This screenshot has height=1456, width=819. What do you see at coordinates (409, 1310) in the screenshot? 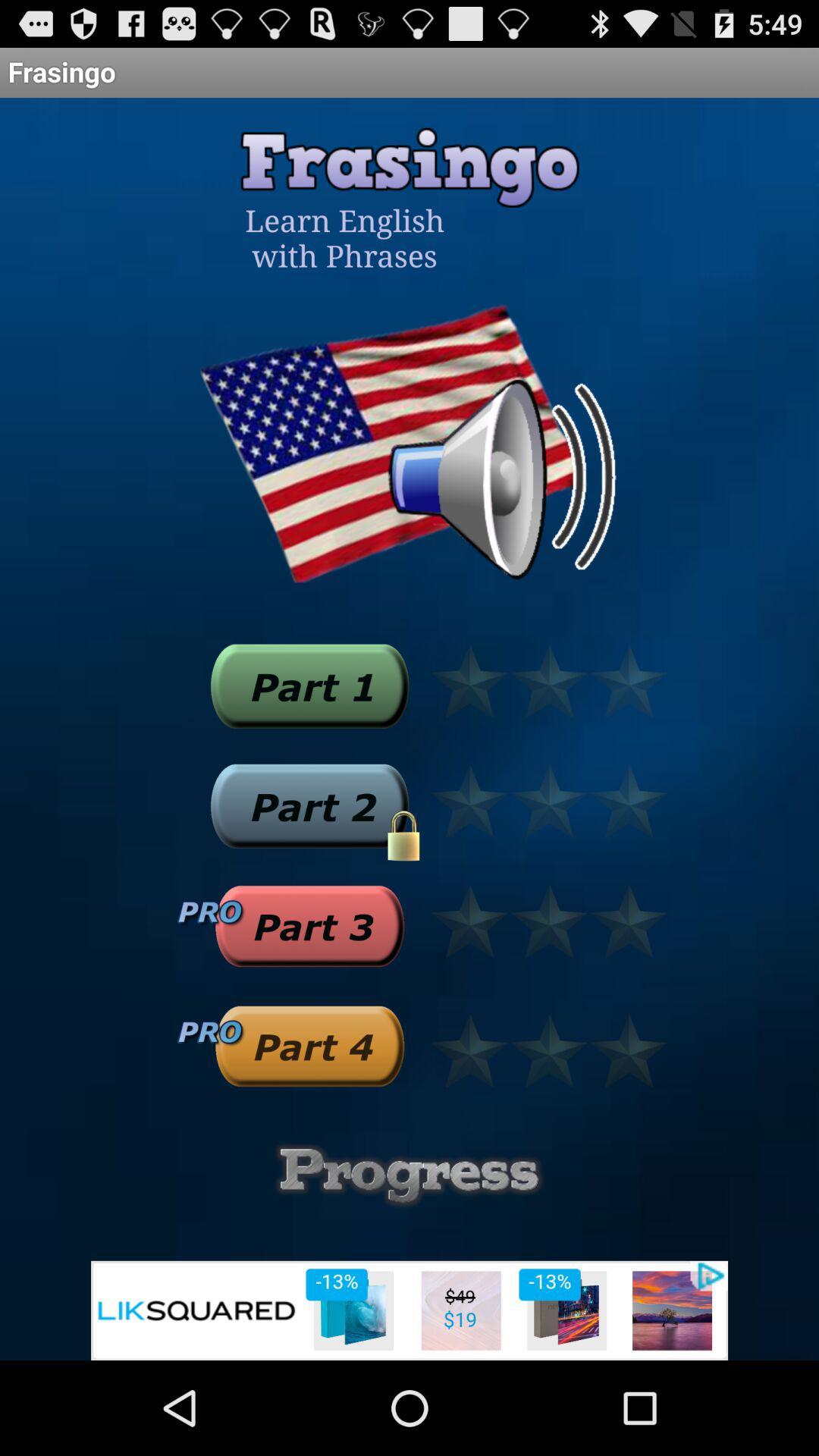
I see `adverts display` at bounding box center [409, 1310].